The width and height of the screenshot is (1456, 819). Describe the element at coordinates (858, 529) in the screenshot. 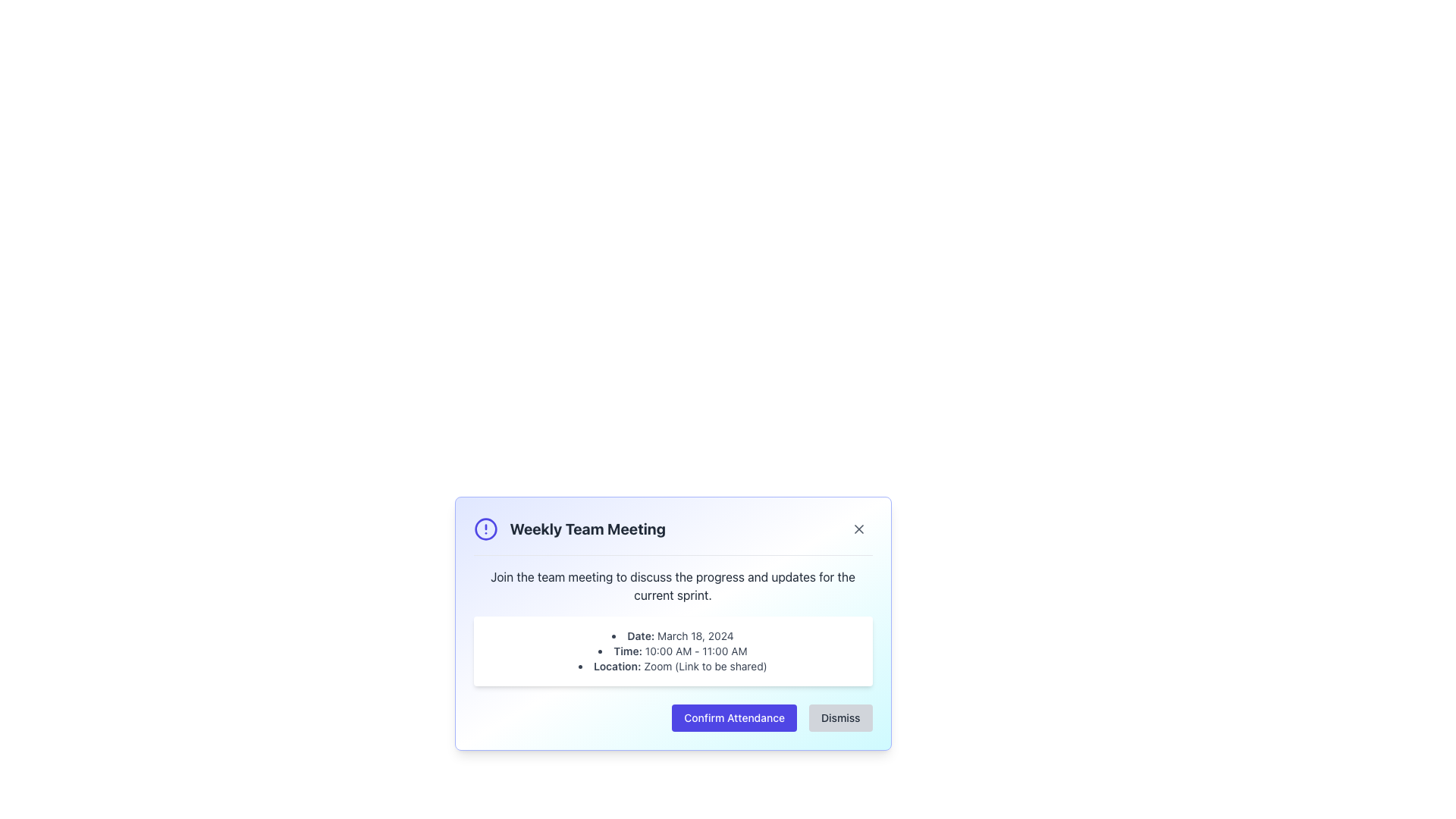

I see `the close ('X') icon in the top-right corner of the 'Weekly Team Meeting' pop-up` at that location.